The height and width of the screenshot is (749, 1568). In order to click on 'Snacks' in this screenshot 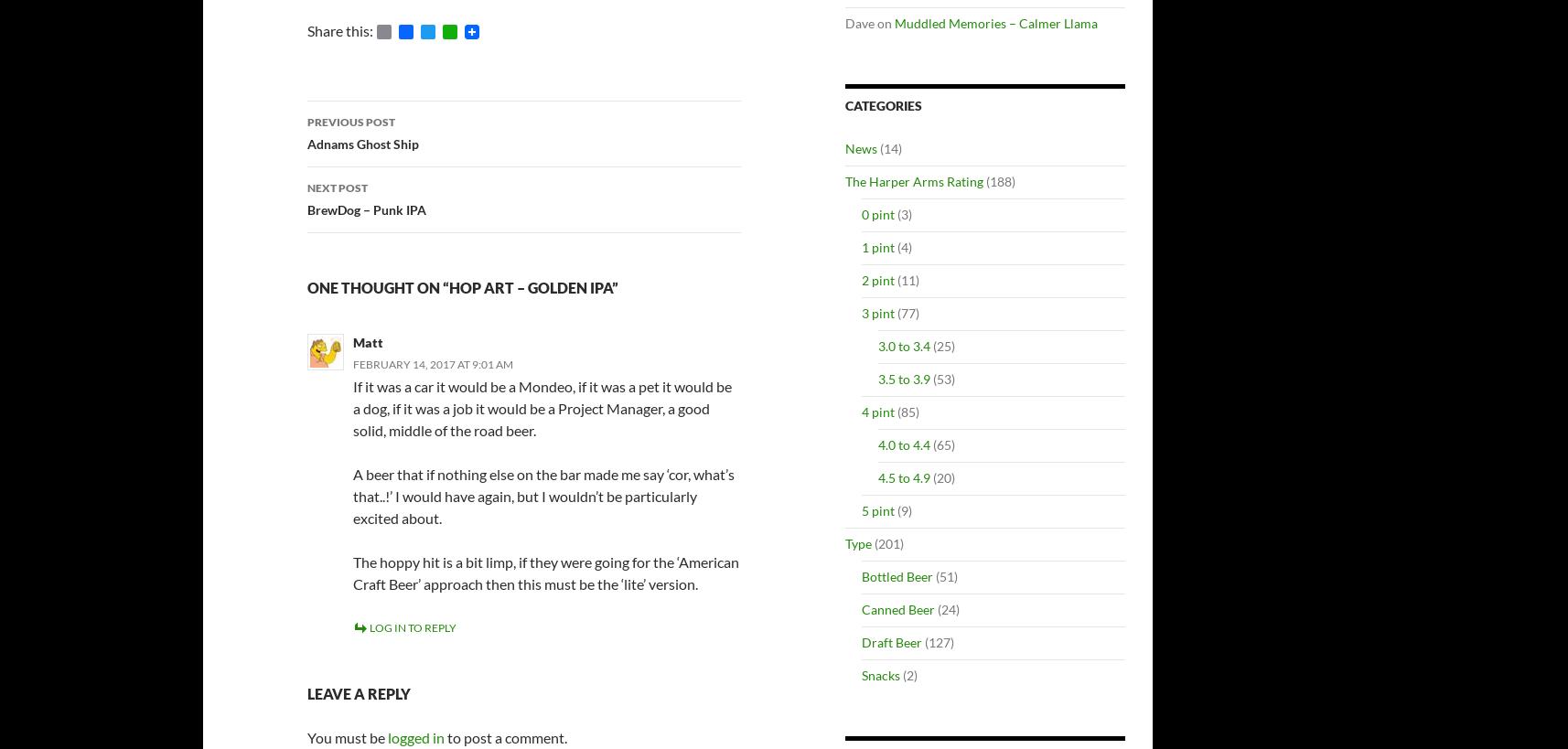, I will do `click(861, 674)`.